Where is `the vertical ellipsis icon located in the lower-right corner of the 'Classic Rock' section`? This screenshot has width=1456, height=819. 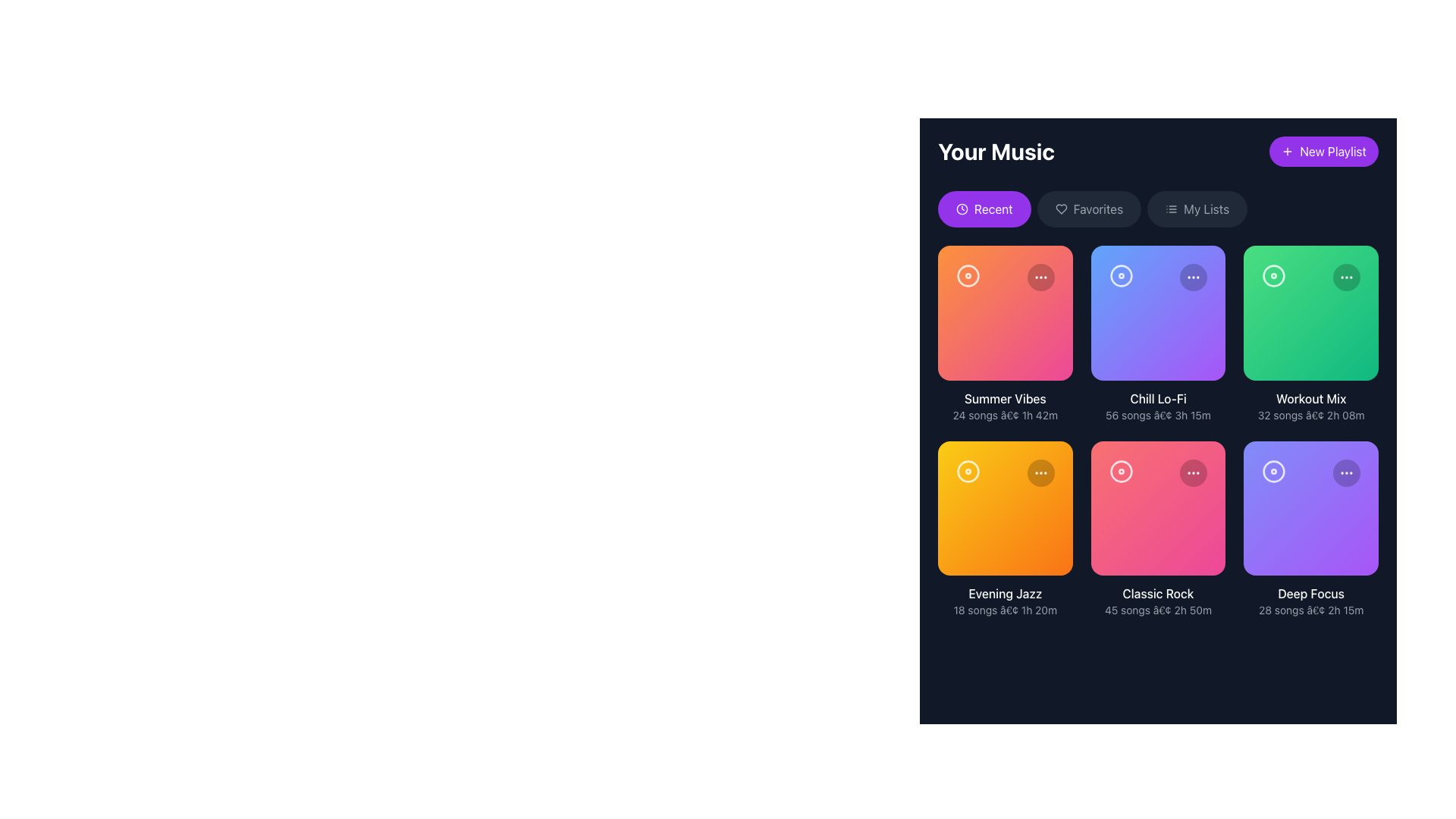 the vertical ellipsis icon located in the lower-right corner of the 'Classic Rock' section is located at coordinates (1193, 472).